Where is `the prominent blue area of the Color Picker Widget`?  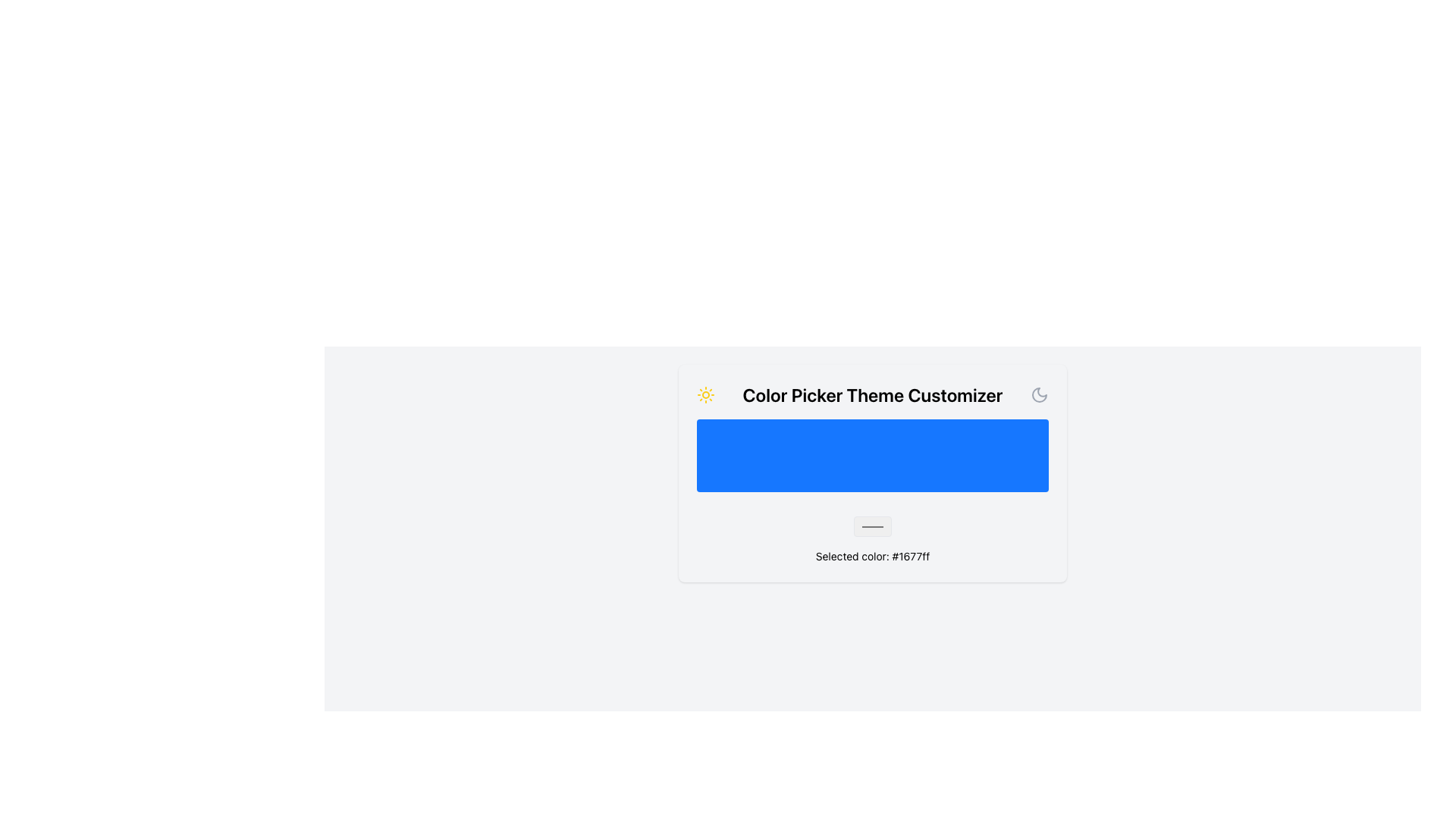
the prominent blue area of the Color Picker Widget is located at coordinates (873, 472).